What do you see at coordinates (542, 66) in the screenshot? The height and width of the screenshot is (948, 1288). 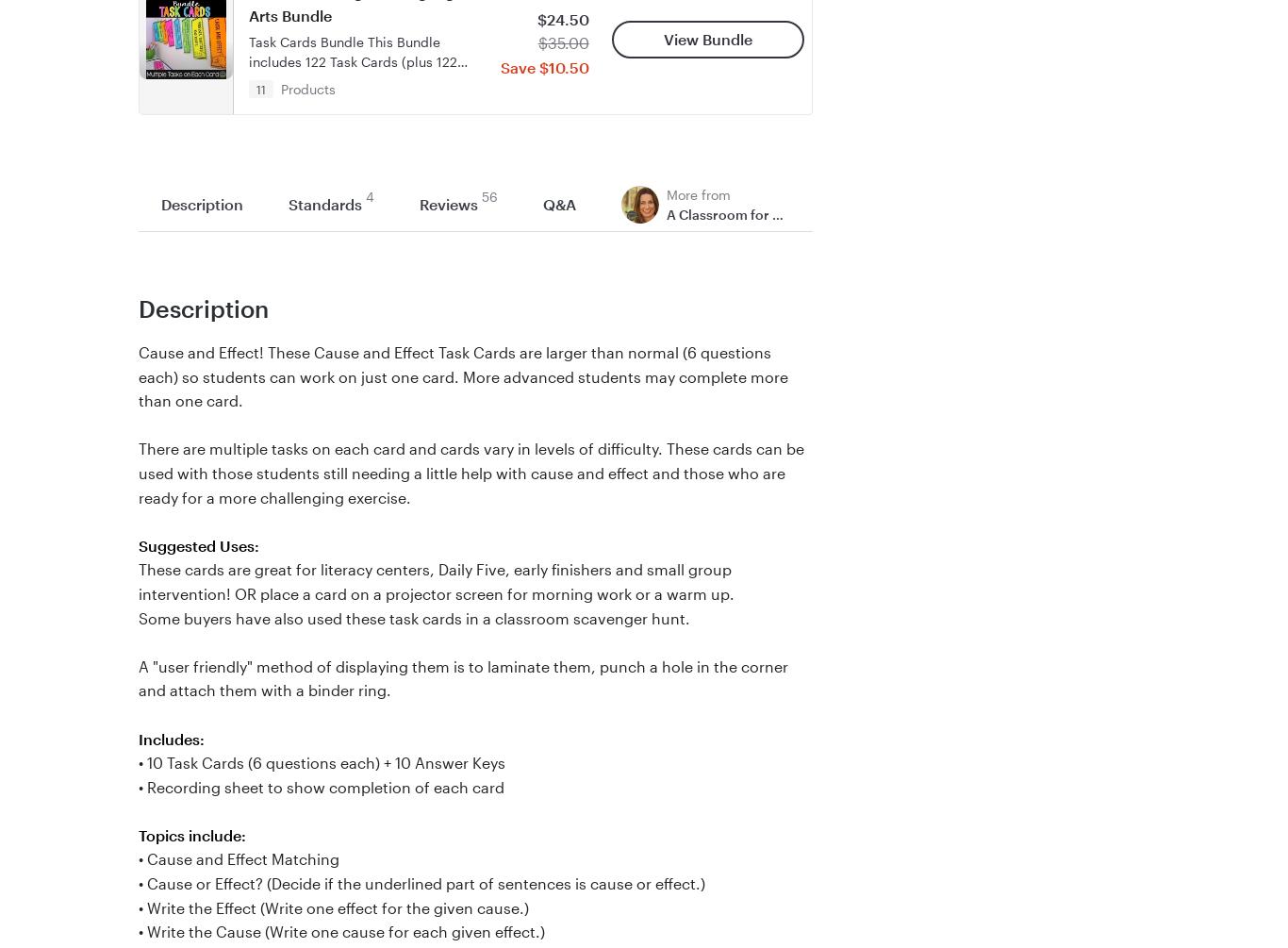 I see `'Save $10.50'` at bounding box center [542, 66].